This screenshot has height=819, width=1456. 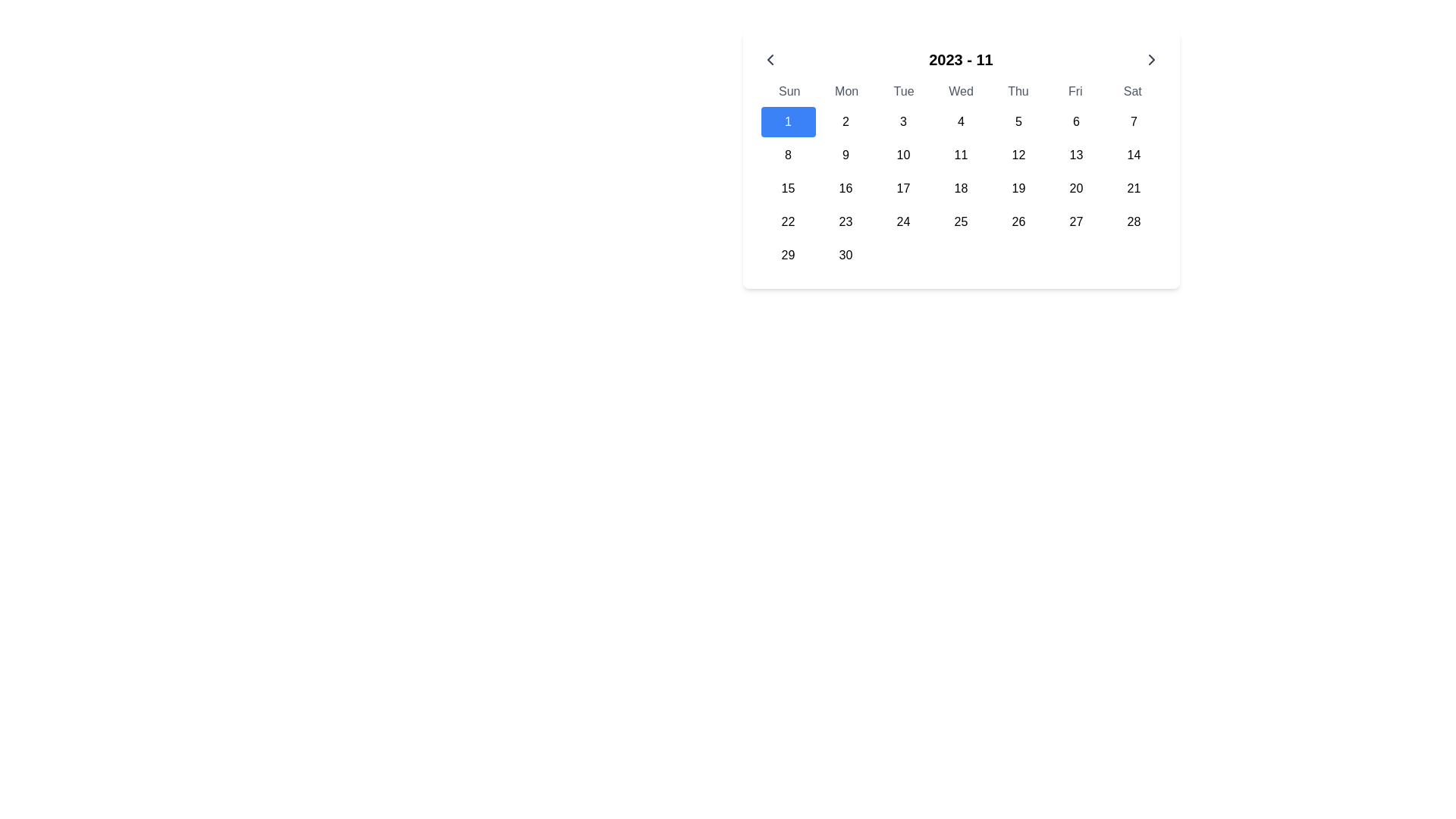 I want to click on the calendar date button representing '6' in the grid layout for November 2023, located in the first row and sixth column under 'Fri', so click(x=1075, y=121).